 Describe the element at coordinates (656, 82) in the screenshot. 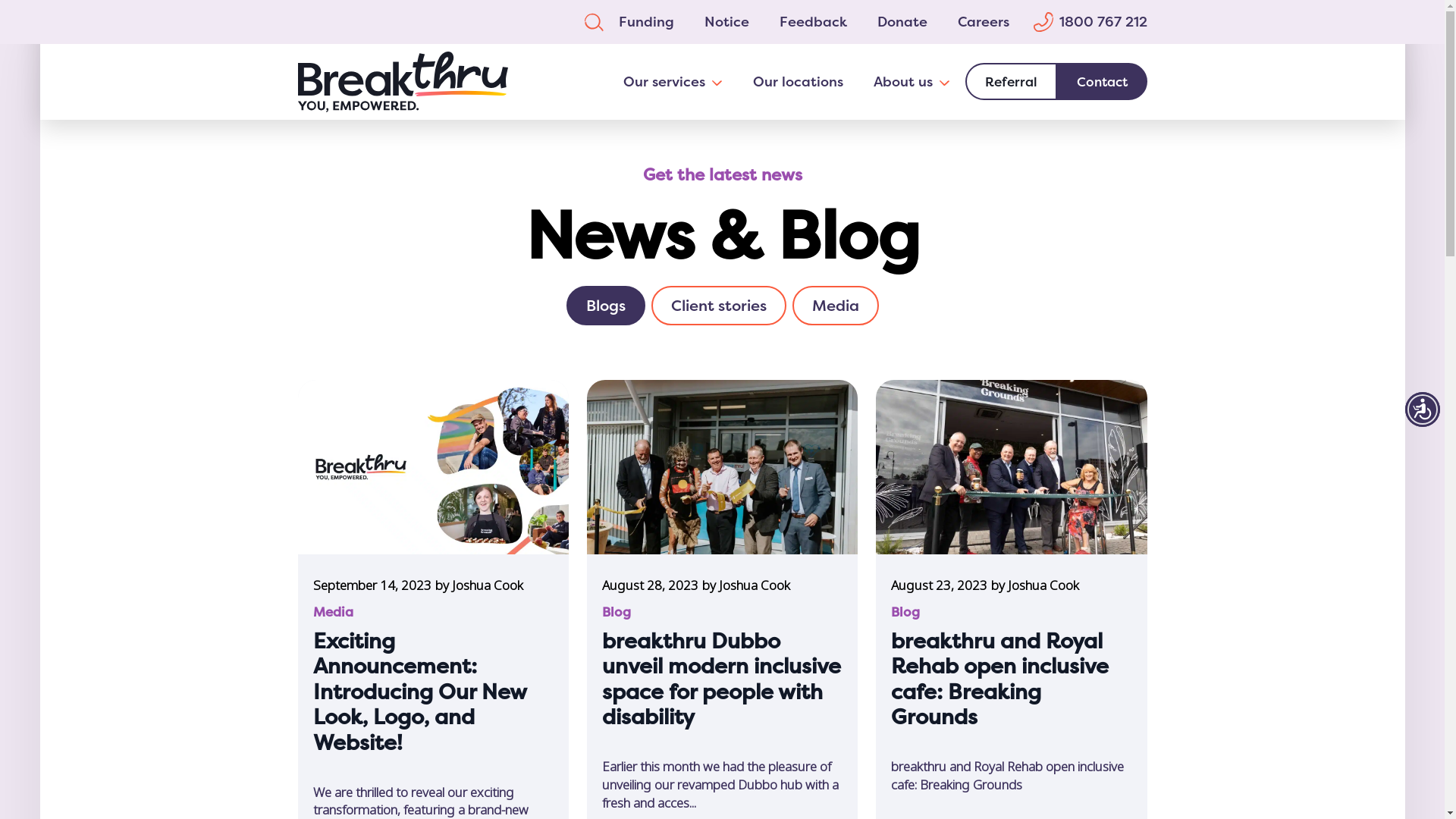

I see `'Our services'` at that location.